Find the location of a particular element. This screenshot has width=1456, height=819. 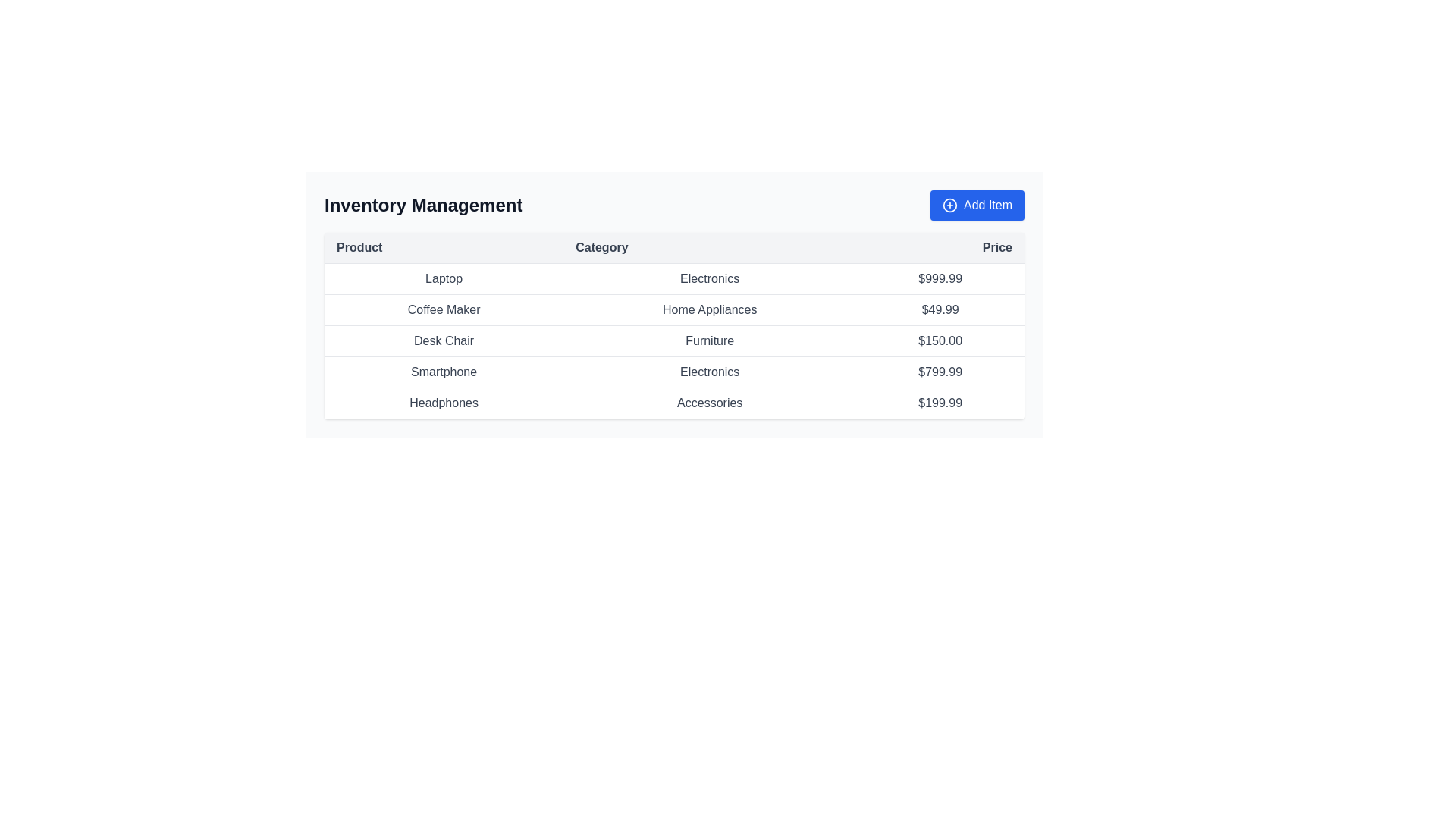

the plus sign icon located at the left end of the 'Add Item' button in the top-right corner of the interface is located at coordinates (949, 205).